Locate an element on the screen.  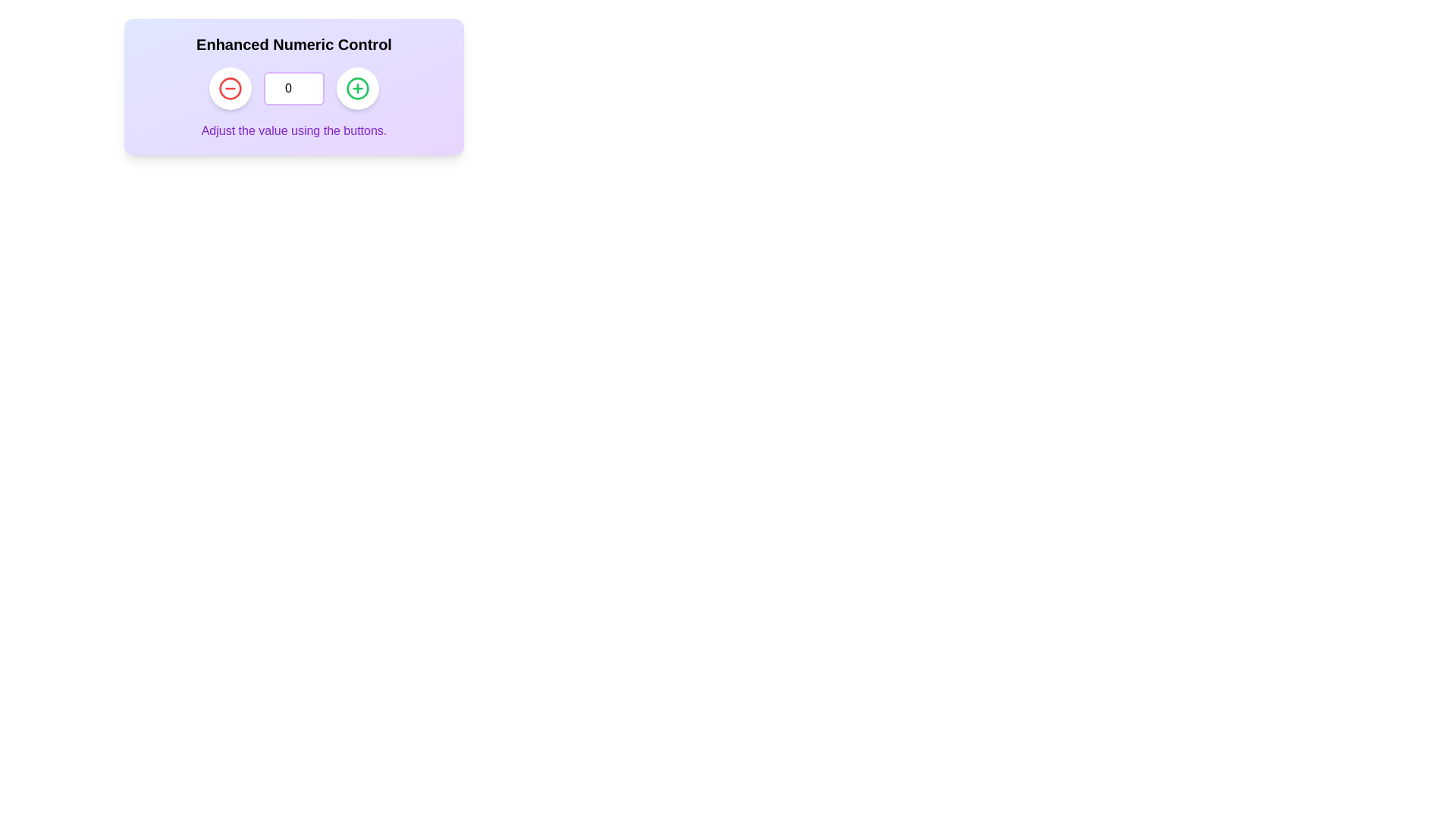
the circular button with a green plus sign, which is the third interactive component in a numeric control interface is located at coordinates (356, 88).